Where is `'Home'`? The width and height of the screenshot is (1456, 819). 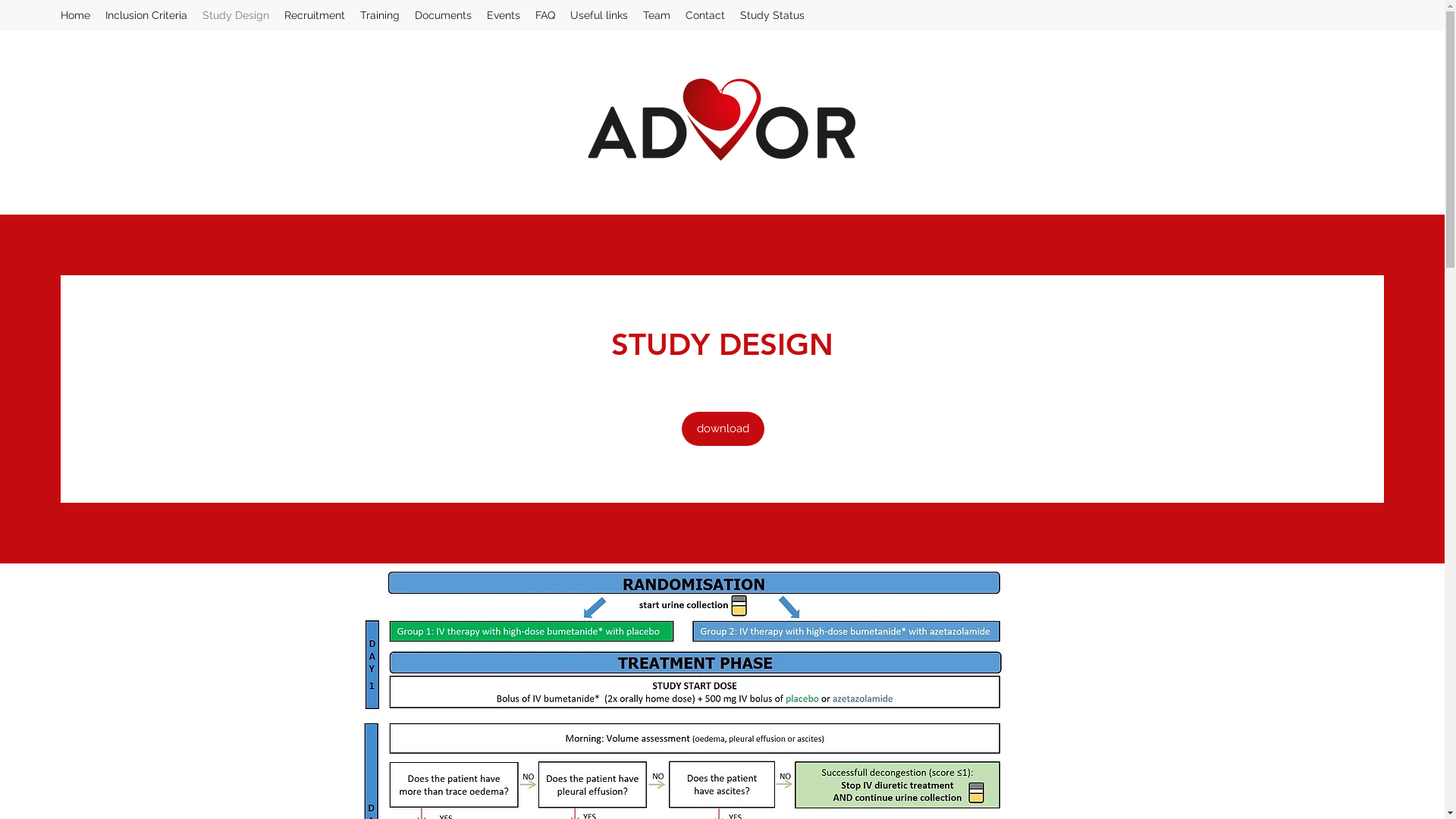 'Home' is located at coordinates (74, 14).